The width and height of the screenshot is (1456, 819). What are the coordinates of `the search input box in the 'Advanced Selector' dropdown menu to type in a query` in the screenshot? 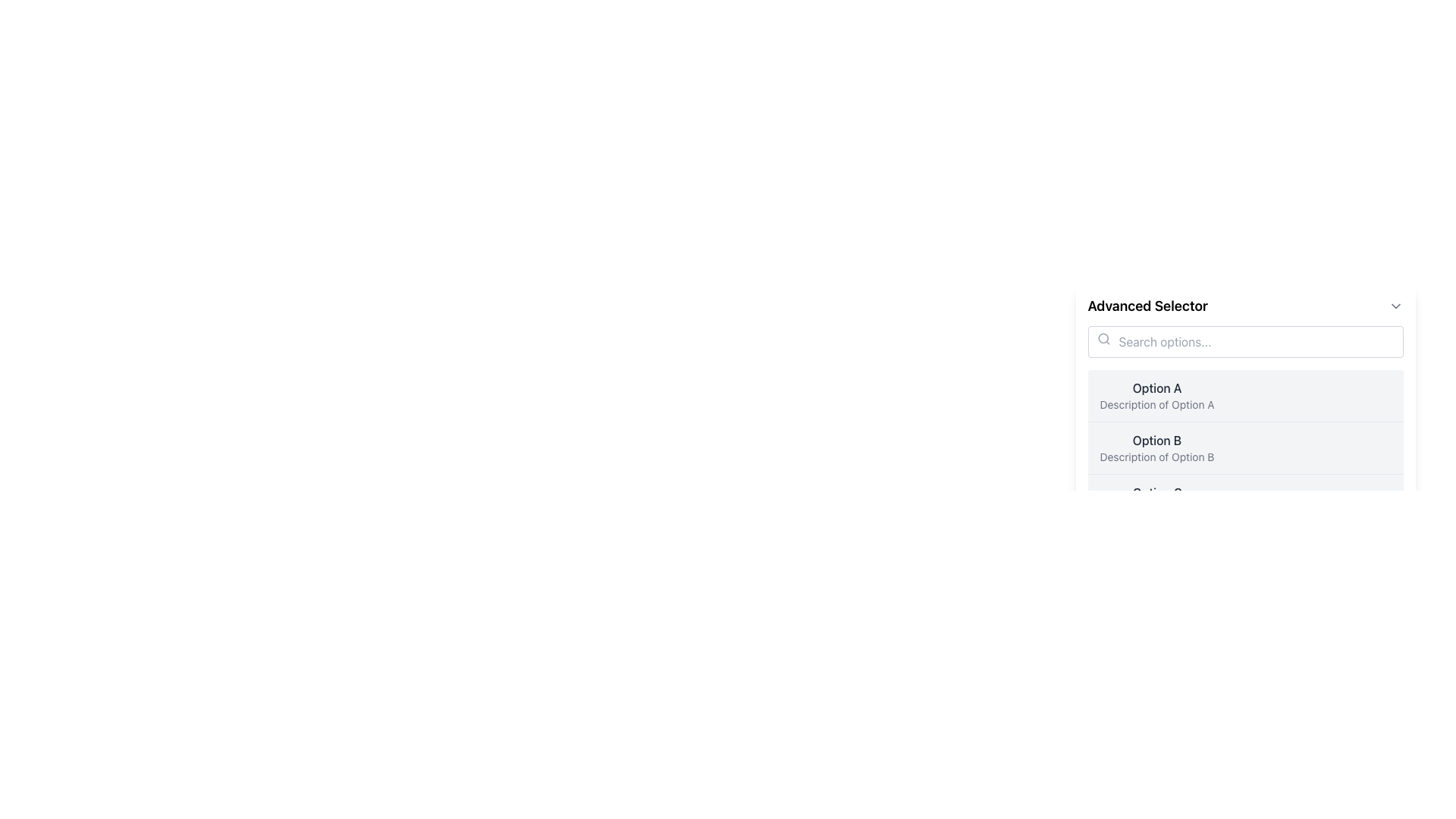 It's located at (1245, 369).